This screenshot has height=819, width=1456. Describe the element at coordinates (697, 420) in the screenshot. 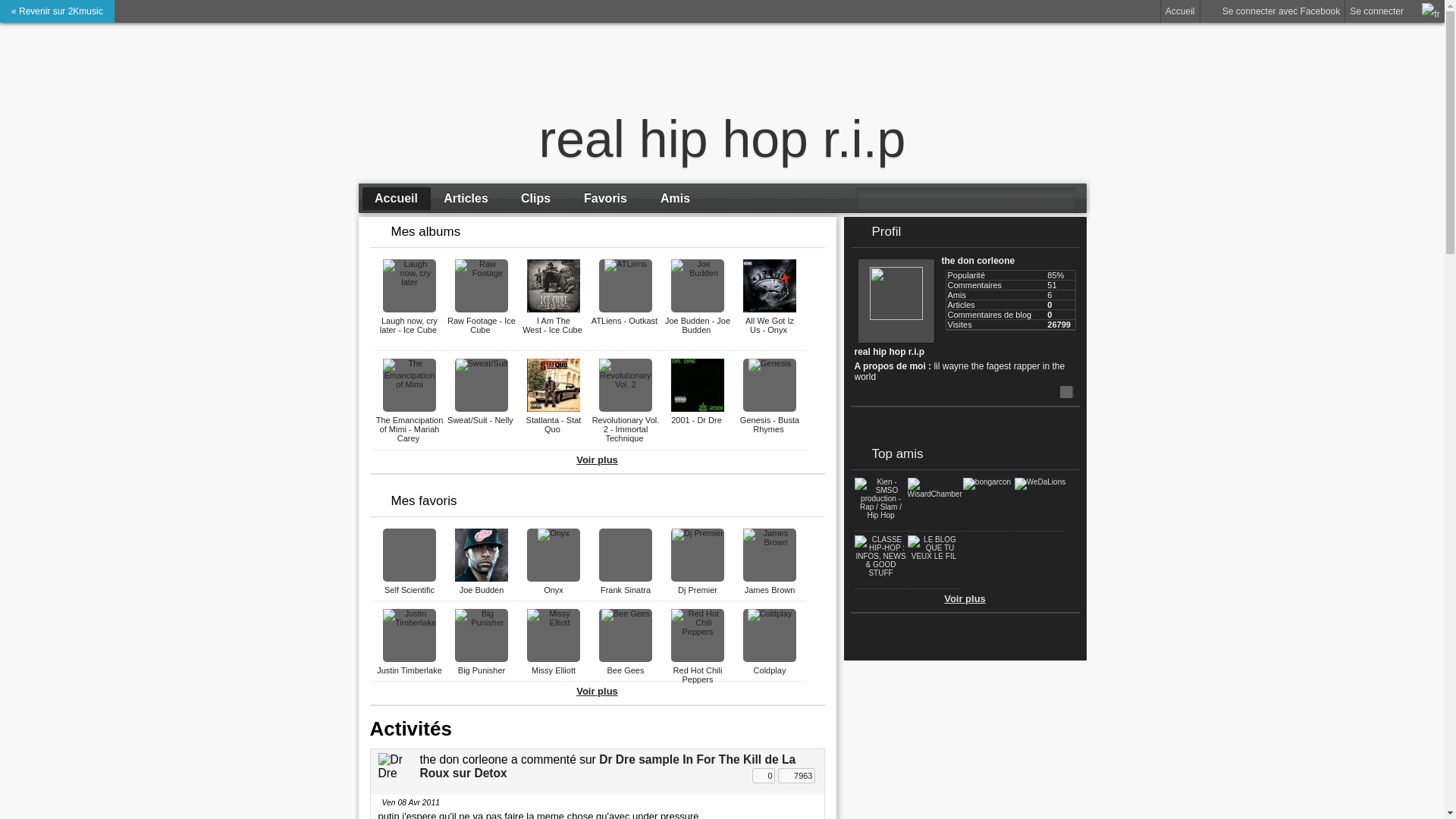

I see `'2001 - Dr Dre '` at that location.